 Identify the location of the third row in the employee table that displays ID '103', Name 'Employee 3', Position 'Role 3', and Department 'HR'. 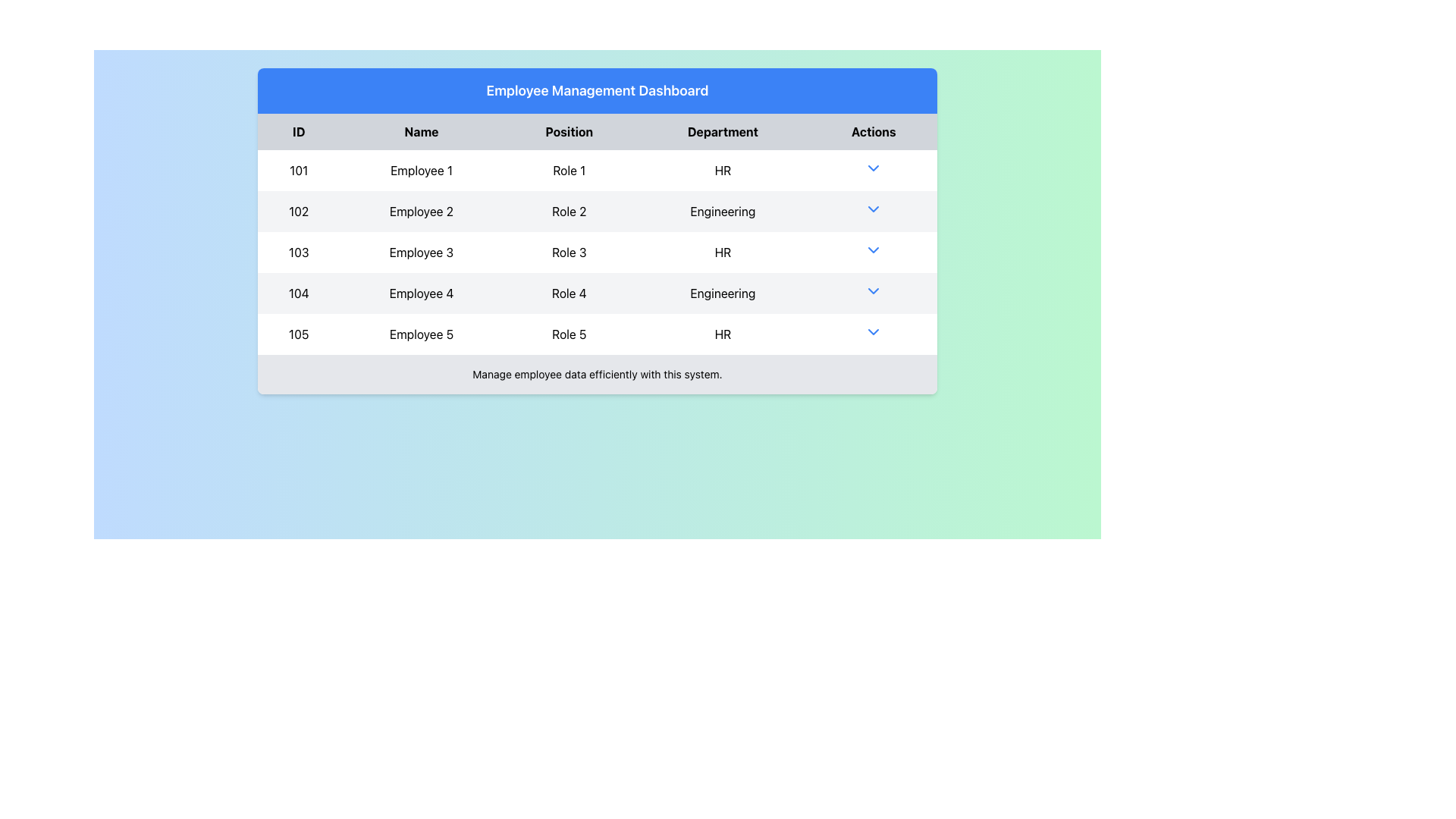
(596, 251).